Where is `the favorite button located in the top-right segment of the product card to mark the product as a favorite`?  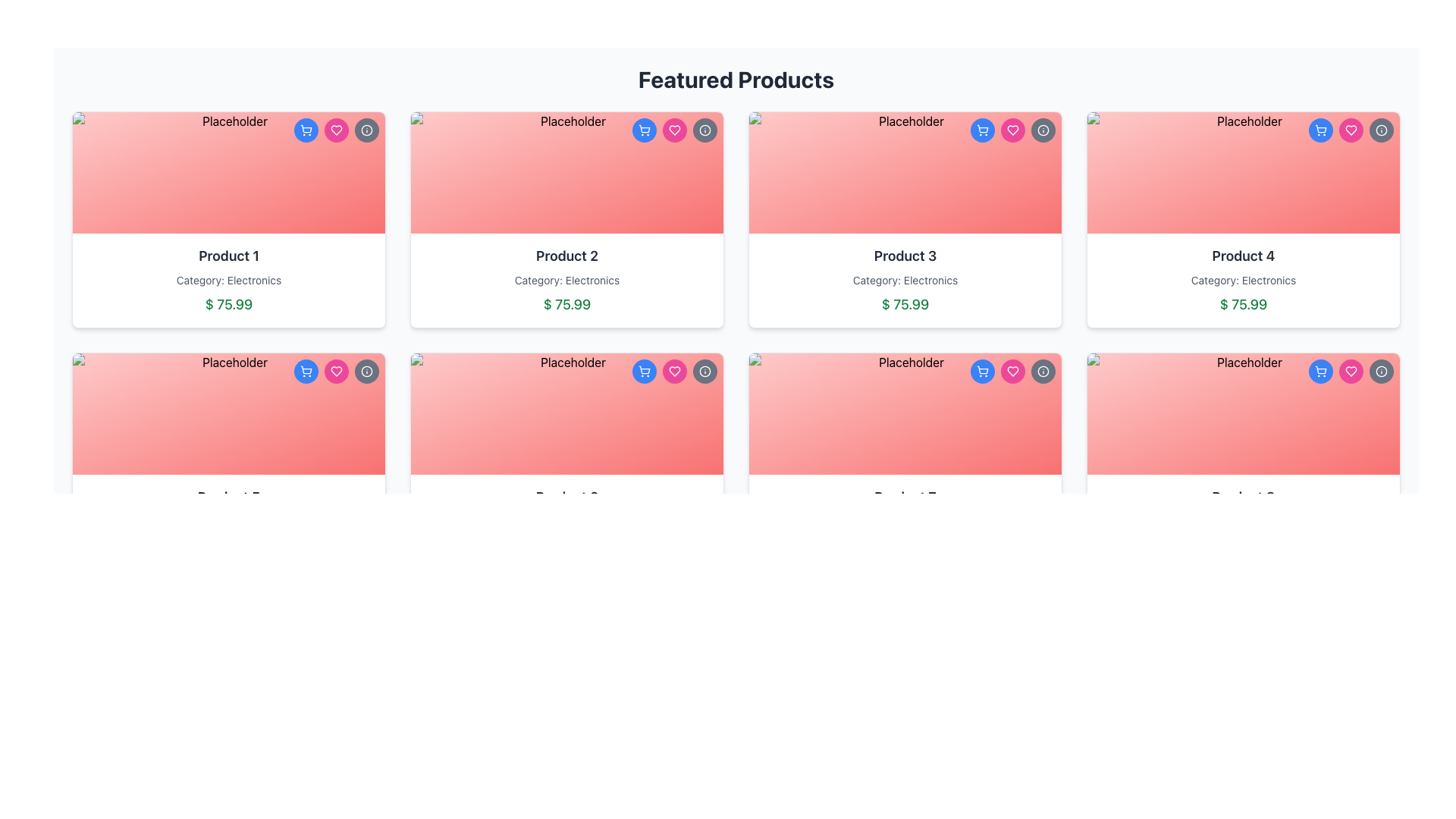
the favorite button located in the top-right segment of the product card to mark the product as a favorite is located at coordinates (1351, 130).